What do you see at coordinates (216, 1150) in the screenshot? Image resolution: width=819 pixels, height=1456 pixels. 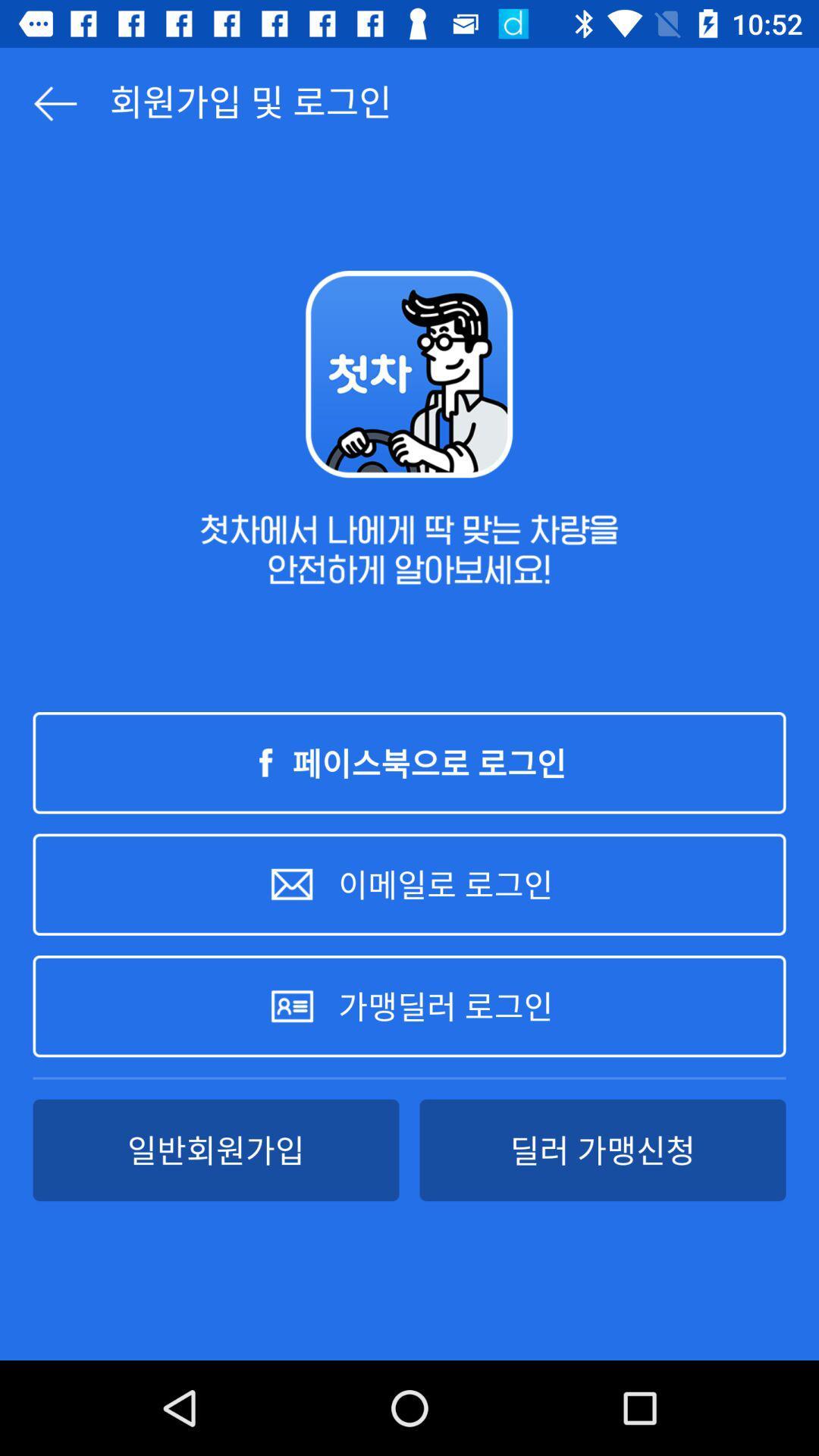 I see `item at the bottom left corner` at bounding box center [216, 1150].